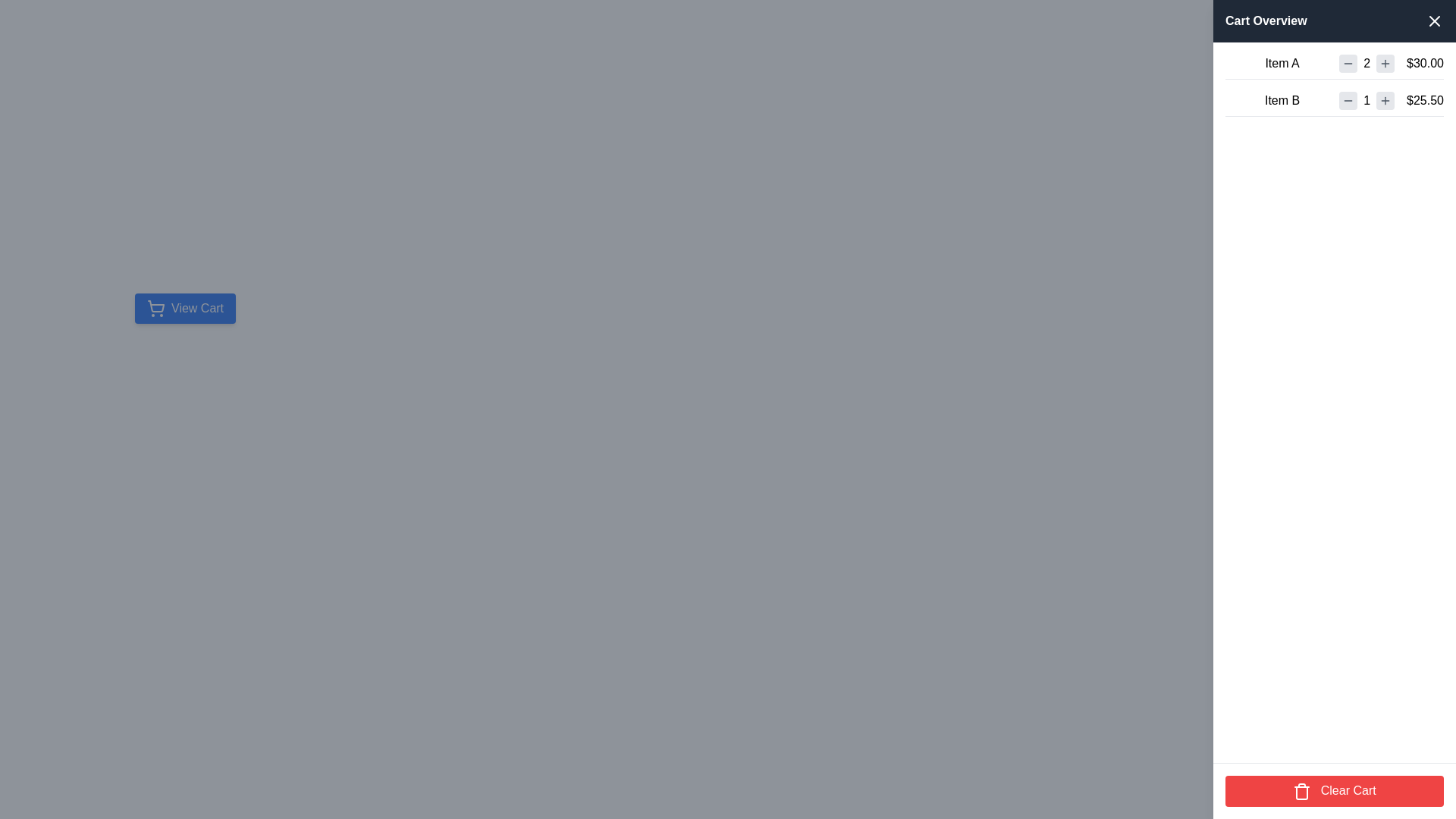 The image size is (1456, 819). What do you see at coordinates (1433, 20) in the screenshot?
I see `the close button represented by a dark background with a white 'X' symbol located in the top-right corner of the 'Cart Overview' section` at bounding box center [1433, 20].